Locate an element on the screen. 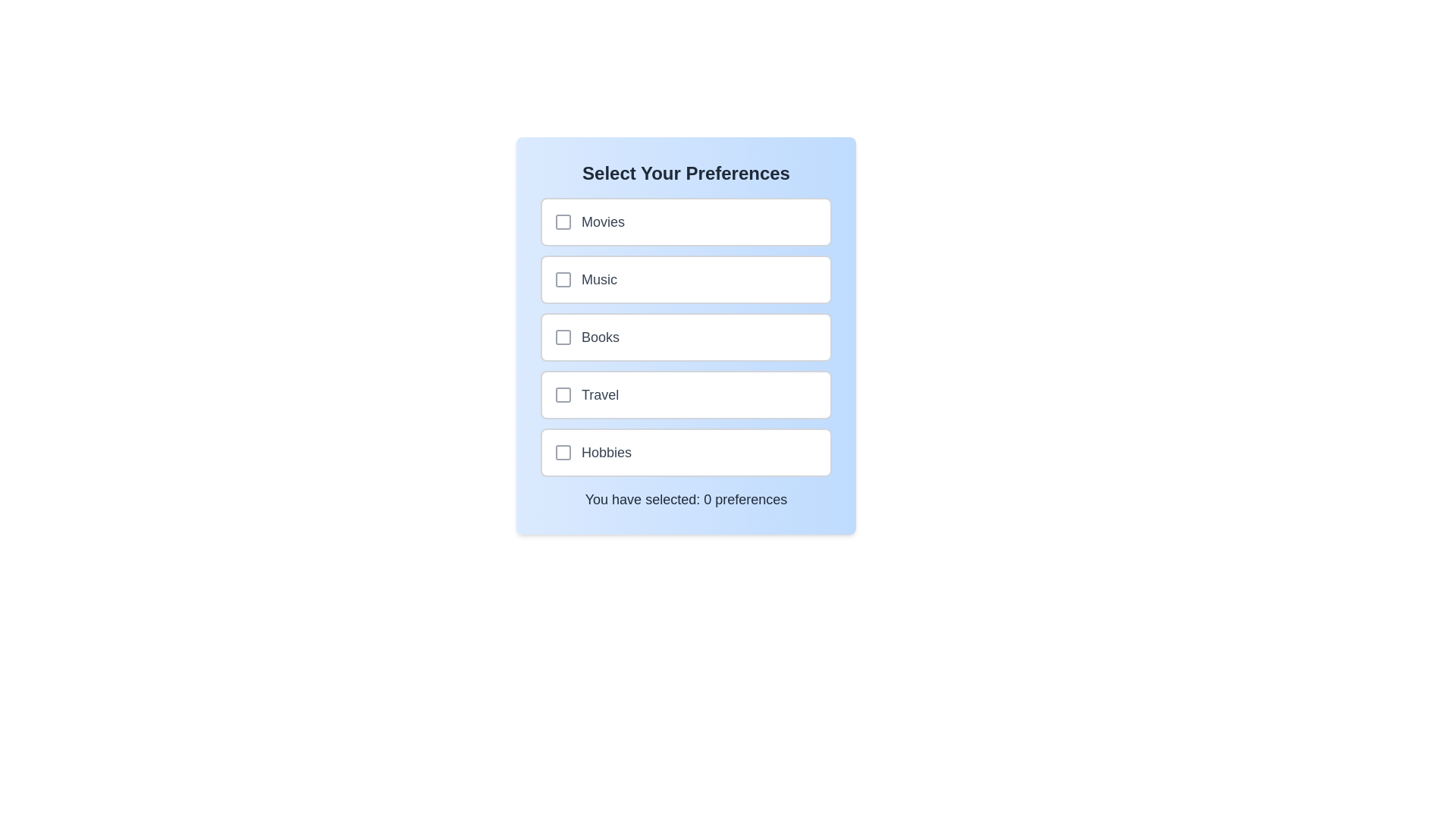 The height and width of the screenshot is (819, 1456). the checkbox corresponding to Travel to toggle its selection is located at coordinates (563, 394).